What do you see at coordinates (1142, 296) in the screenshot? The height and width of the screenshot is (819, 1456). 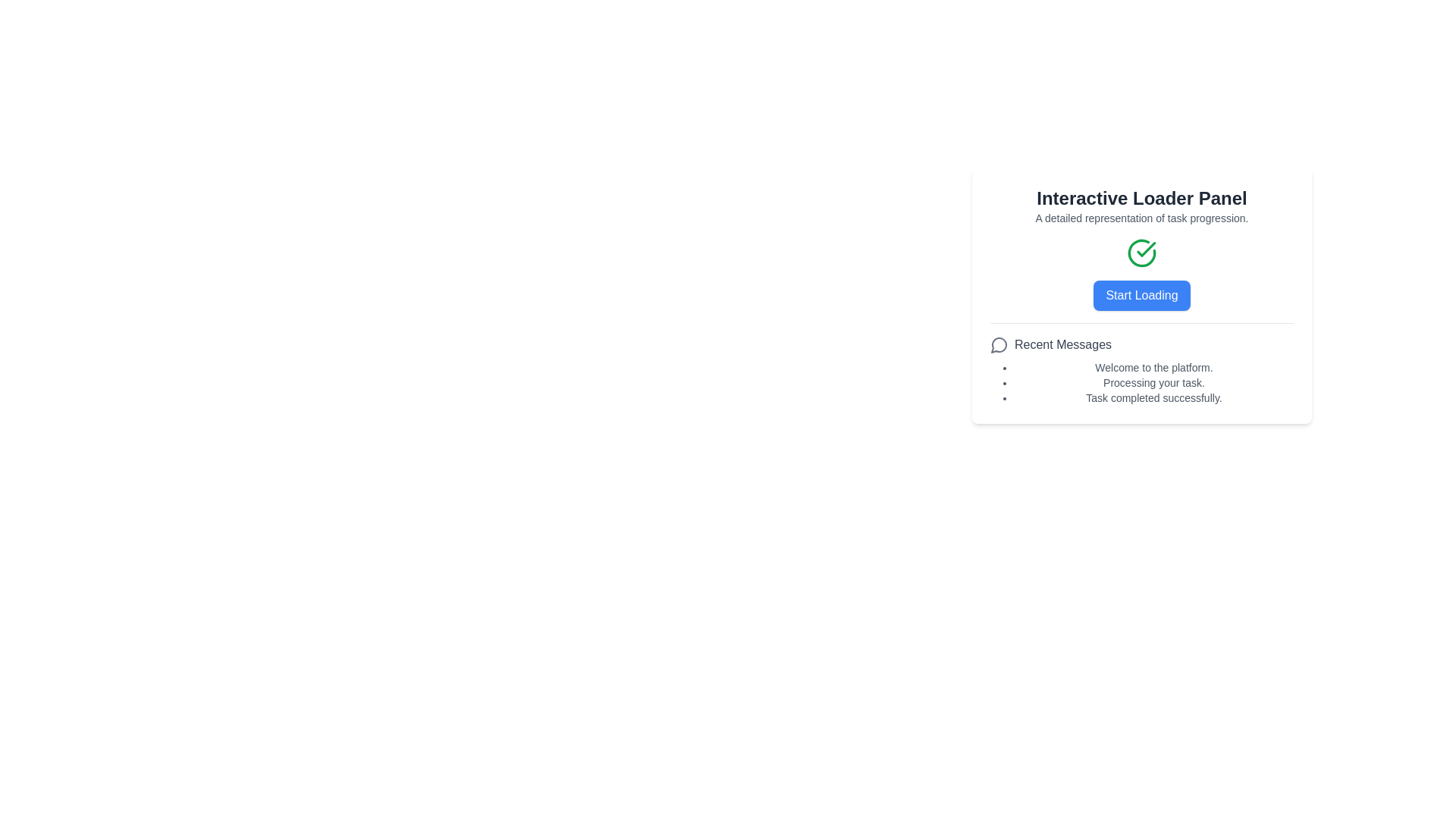 I see `messages or instructions displayed in the 'Interactive Loader Panel', which contains a list of recent messages and instructions` at bounding box center [1142, 296].